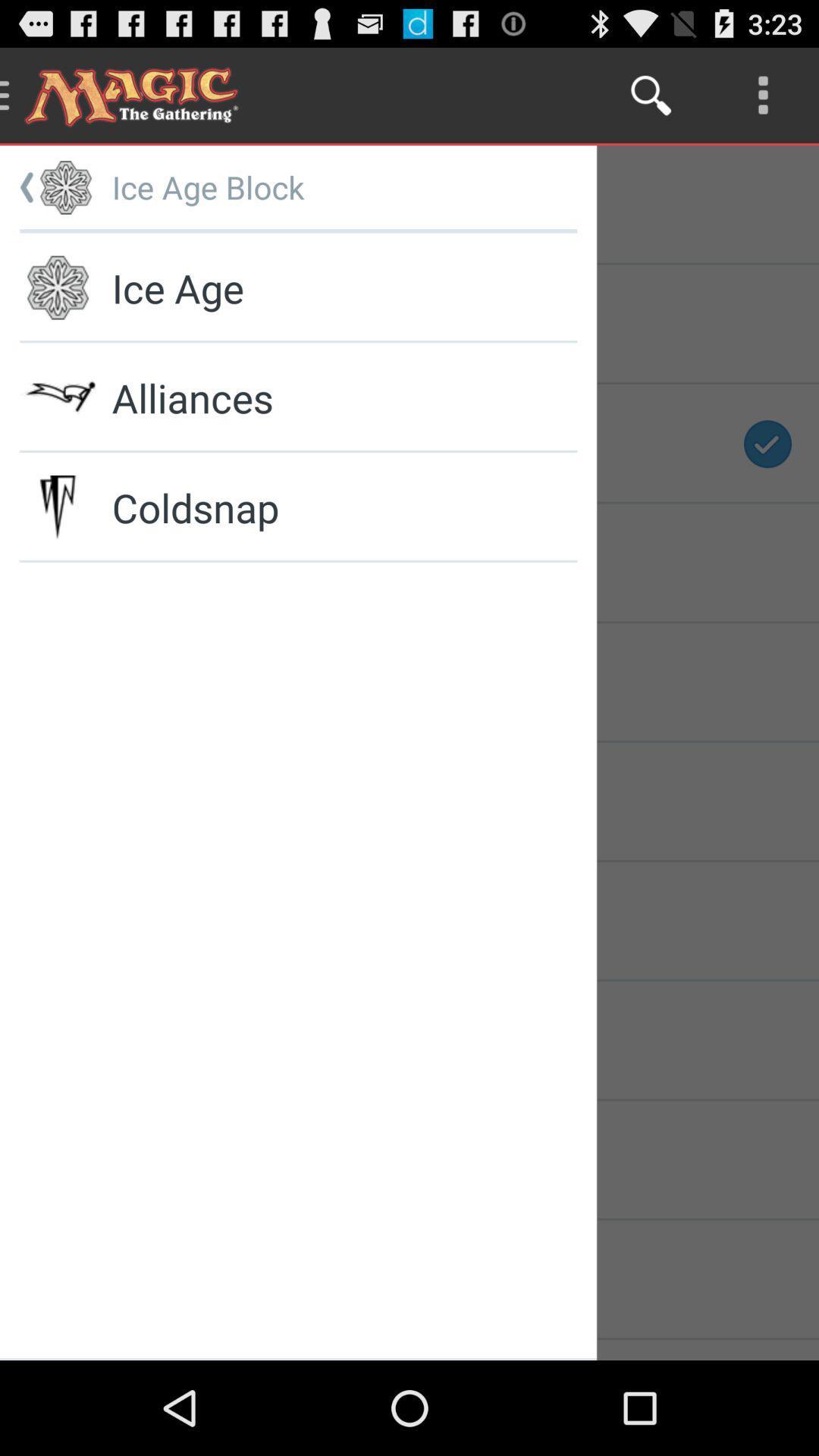 This screenshot has width=819, height=1456. Describe the element at coordinates (768, 443) in the screenshot. I see `the icon tick` at that location.